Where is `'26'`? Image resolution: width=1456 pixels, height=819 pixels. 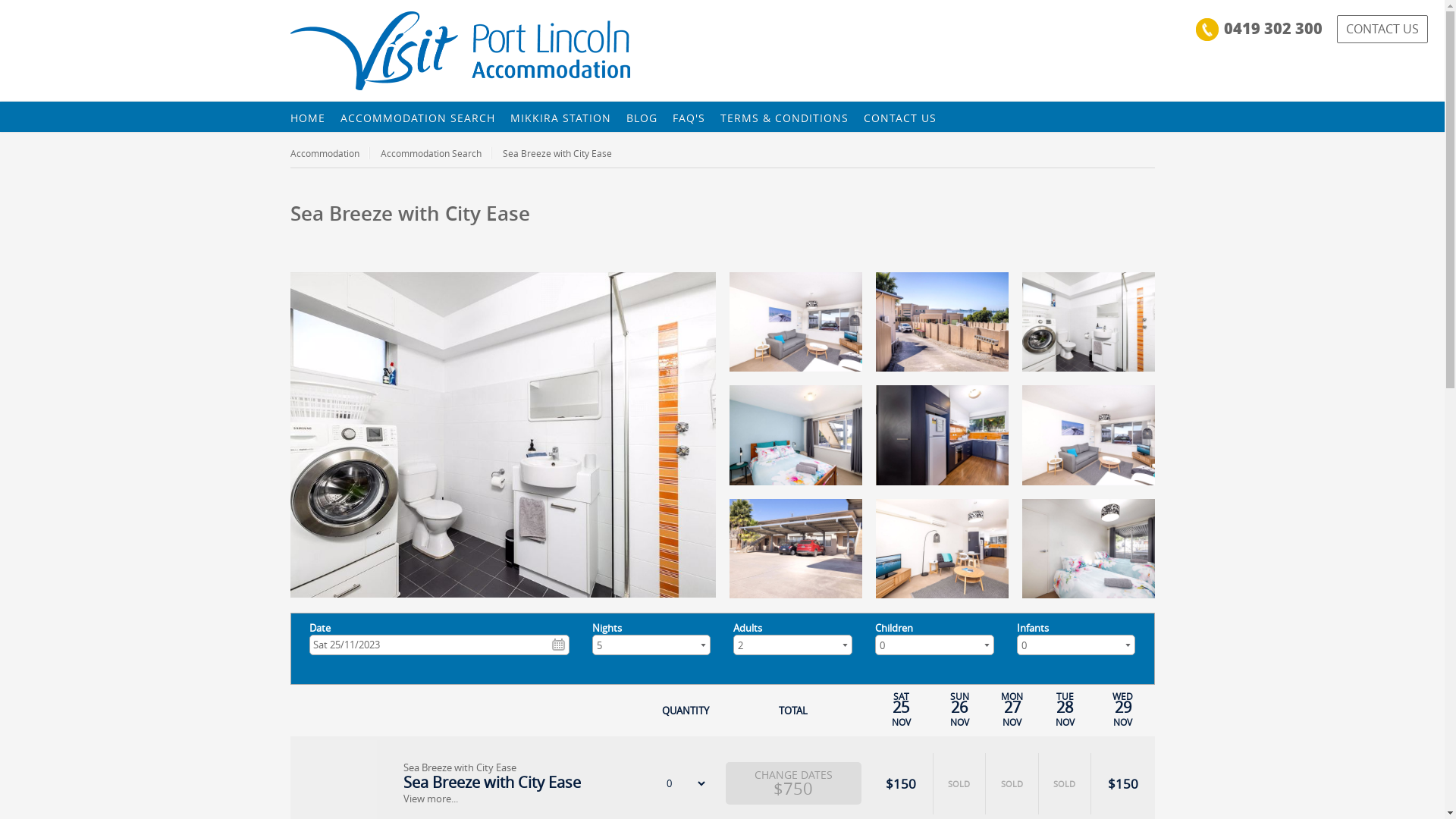 '26' is located at coordinates (959, 708).